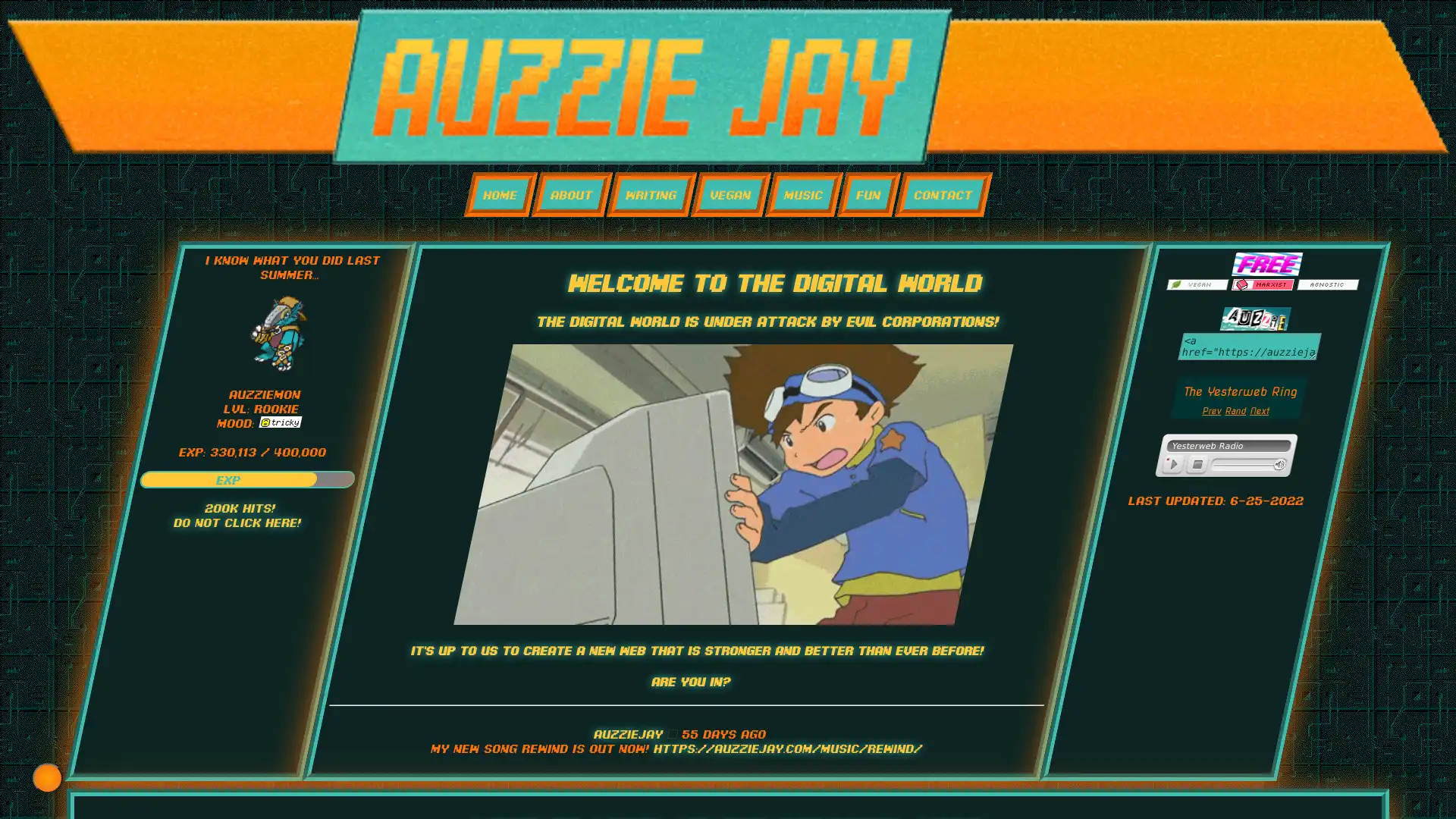 The width and height of the screenshot is (1456, 819). What do you see at coordinates (500, 193) in the screenshot?
I see `HOME` at bounding box center [500, 193].